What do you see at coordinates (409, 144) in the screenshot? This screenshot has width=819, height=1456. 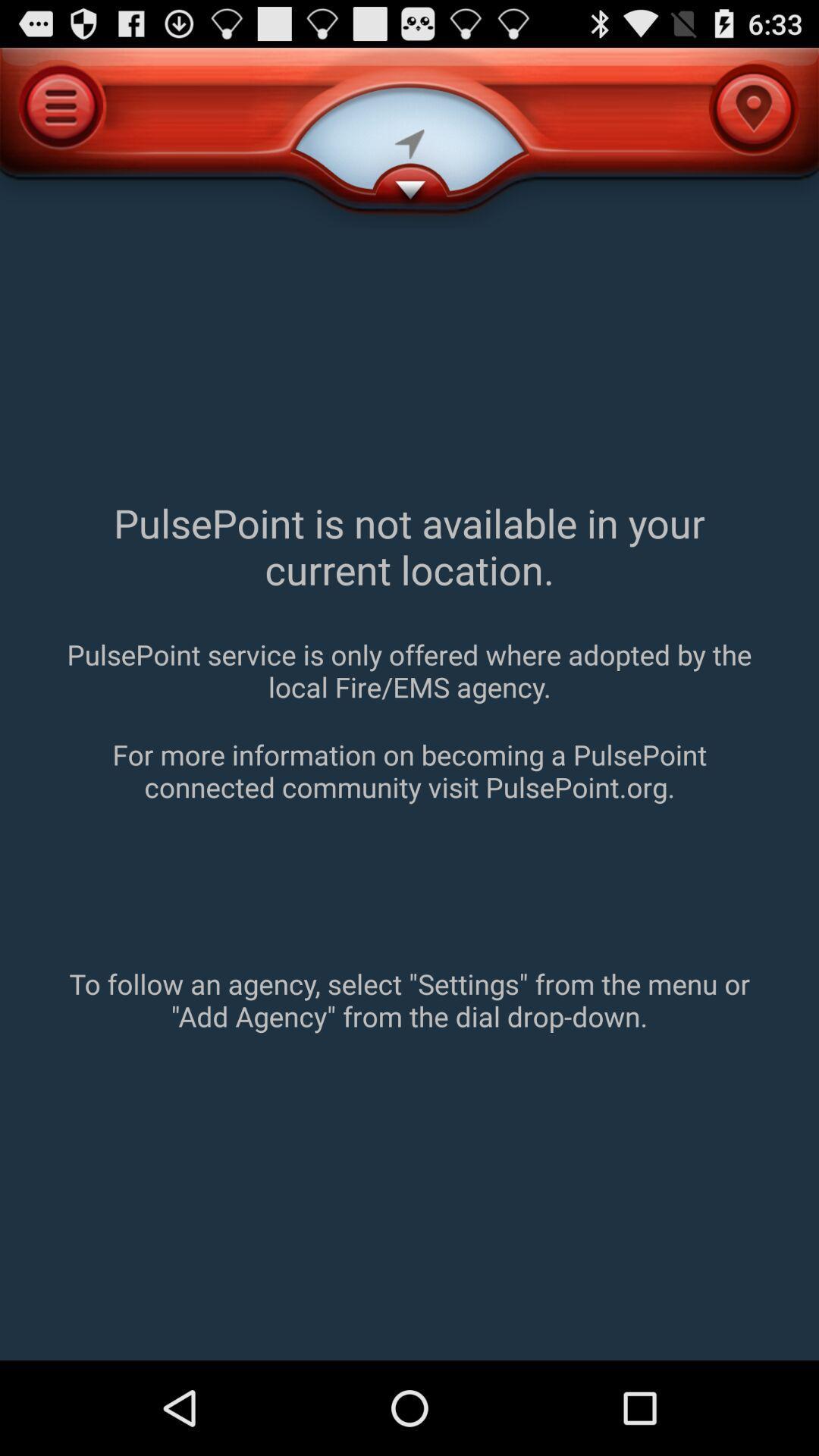 I see `the 2nd icon to the left of menu icon` at bounding box center [409, 144].